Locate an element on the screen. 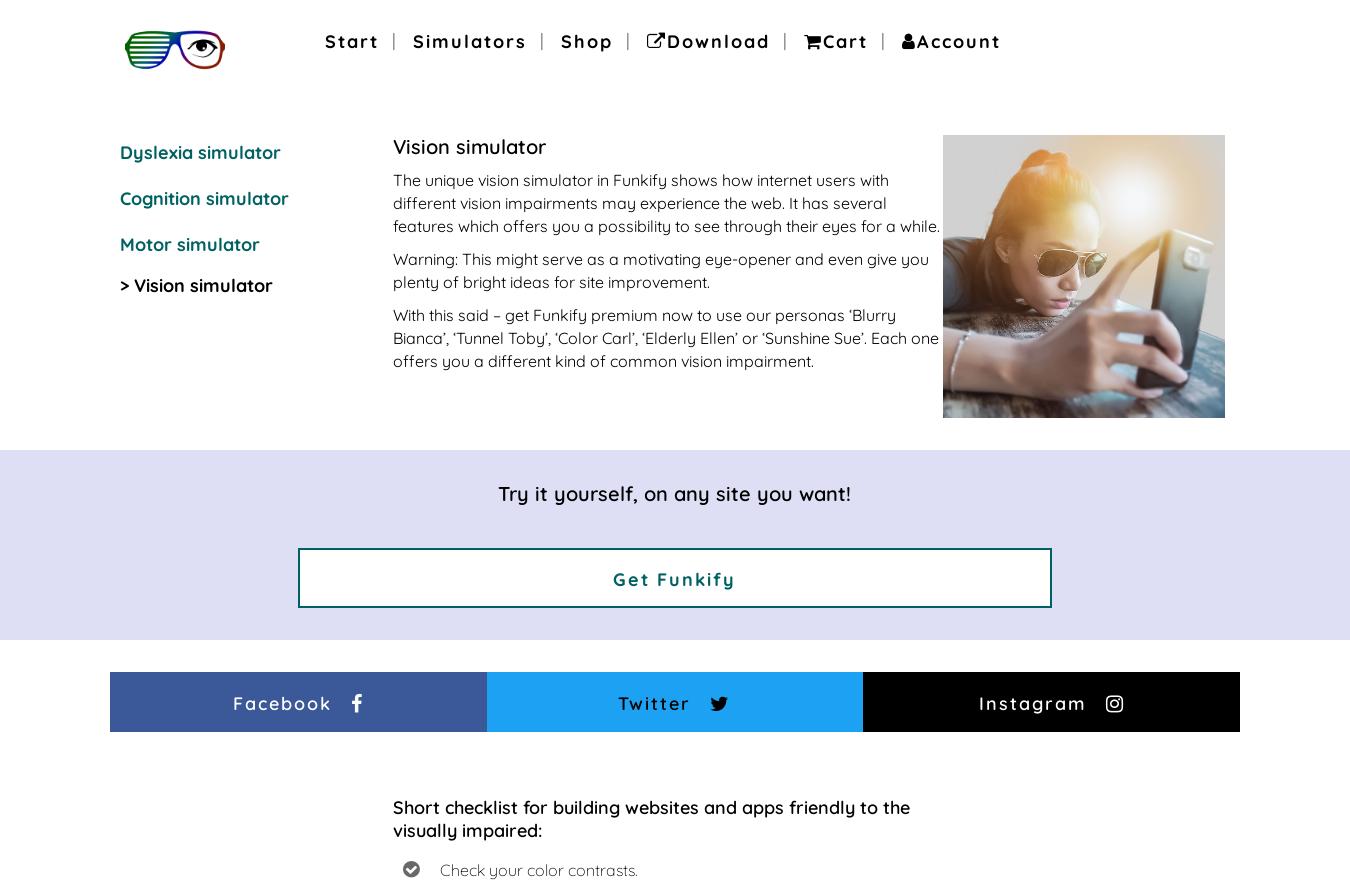 This screenshot has height=880, width=1350. 'Dyslexia simulator' is located at coordinates (200, 151).